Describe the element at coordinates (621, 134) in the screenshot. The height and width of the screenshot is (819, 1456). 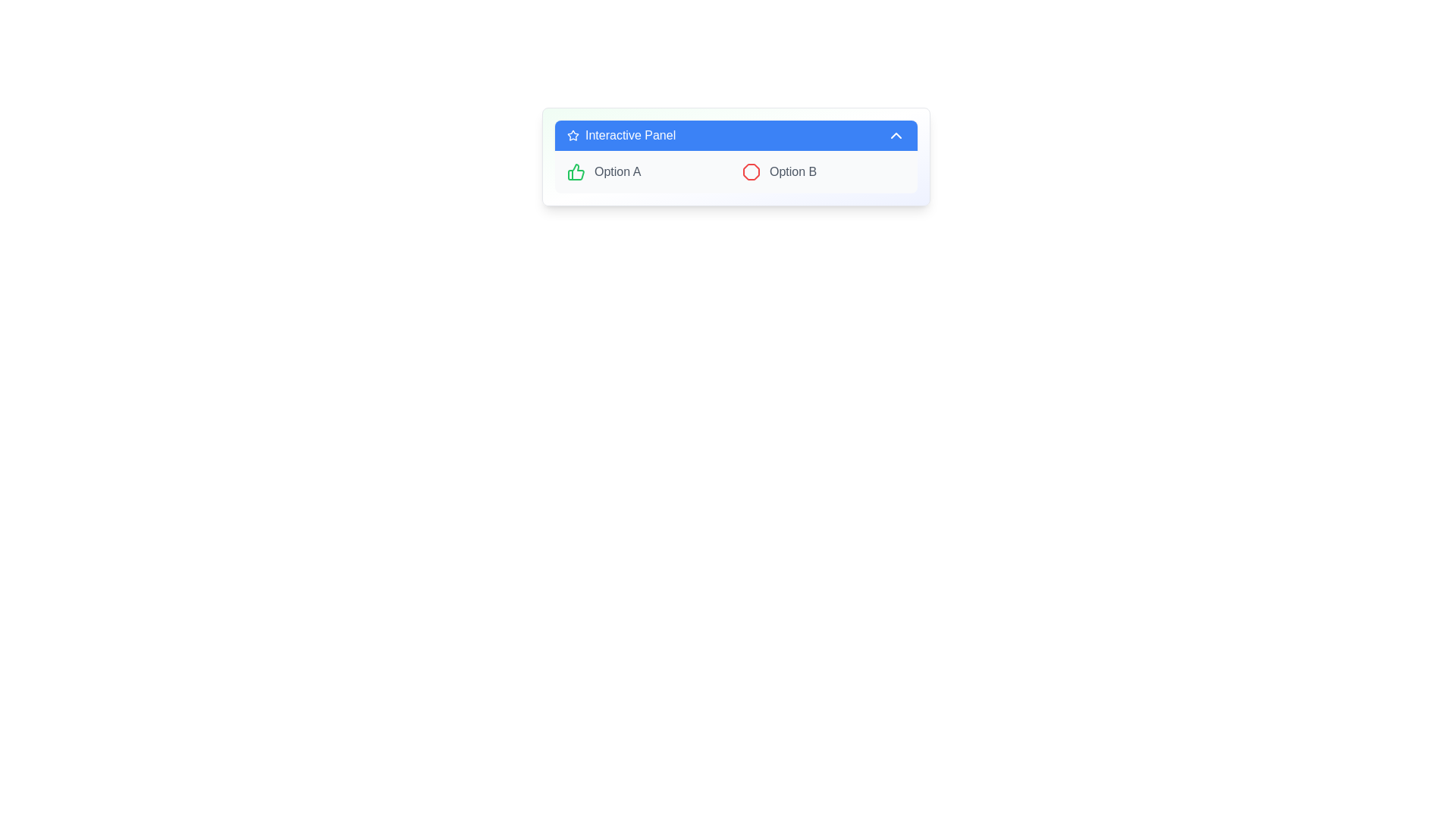
I see `the descriptive header element located in the blue panel at the top of the group` at that location.